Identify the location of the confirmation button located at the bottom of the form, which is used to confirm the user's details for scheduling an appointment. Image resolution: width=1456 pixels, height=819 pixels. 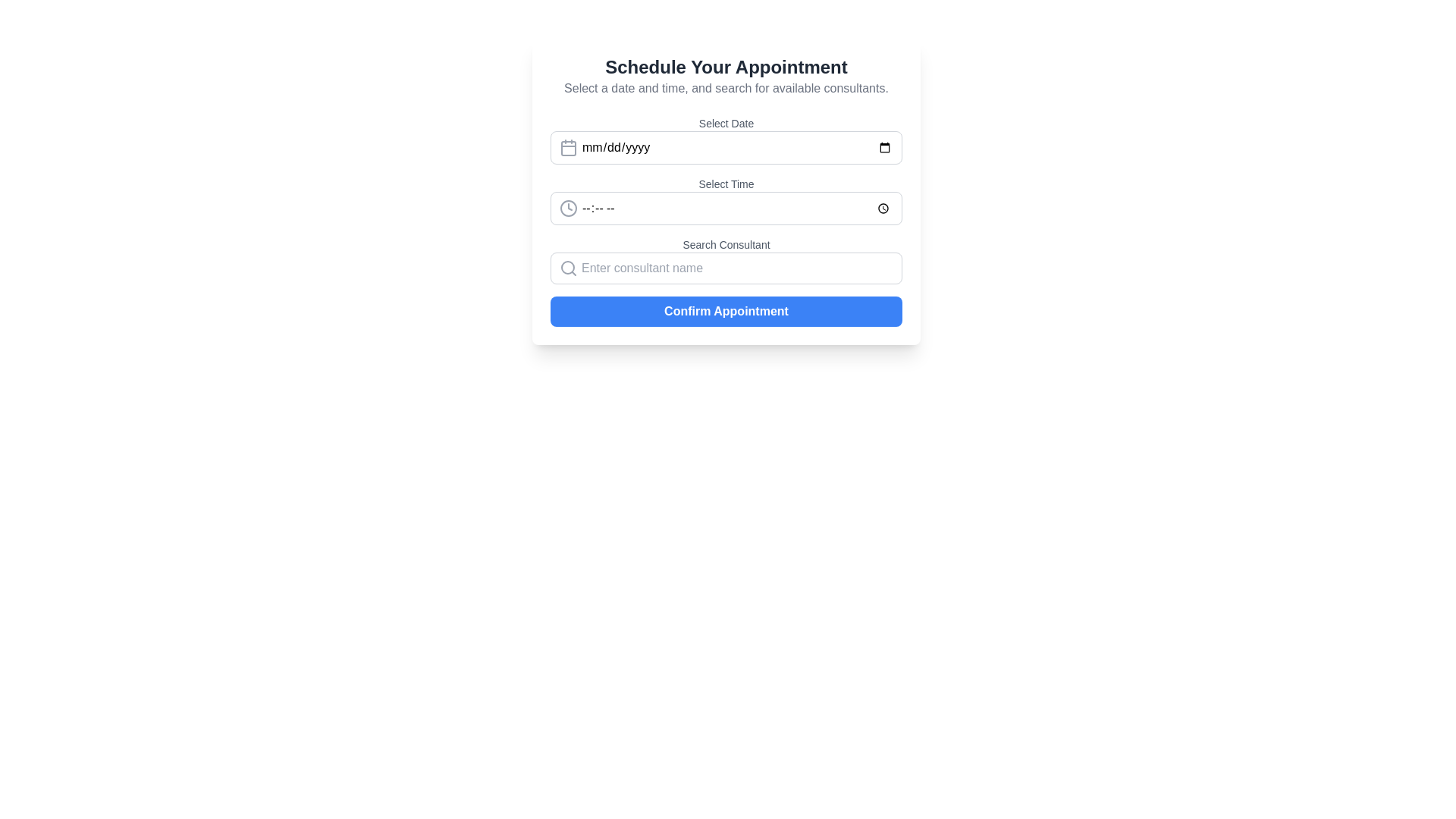
(726, 311).